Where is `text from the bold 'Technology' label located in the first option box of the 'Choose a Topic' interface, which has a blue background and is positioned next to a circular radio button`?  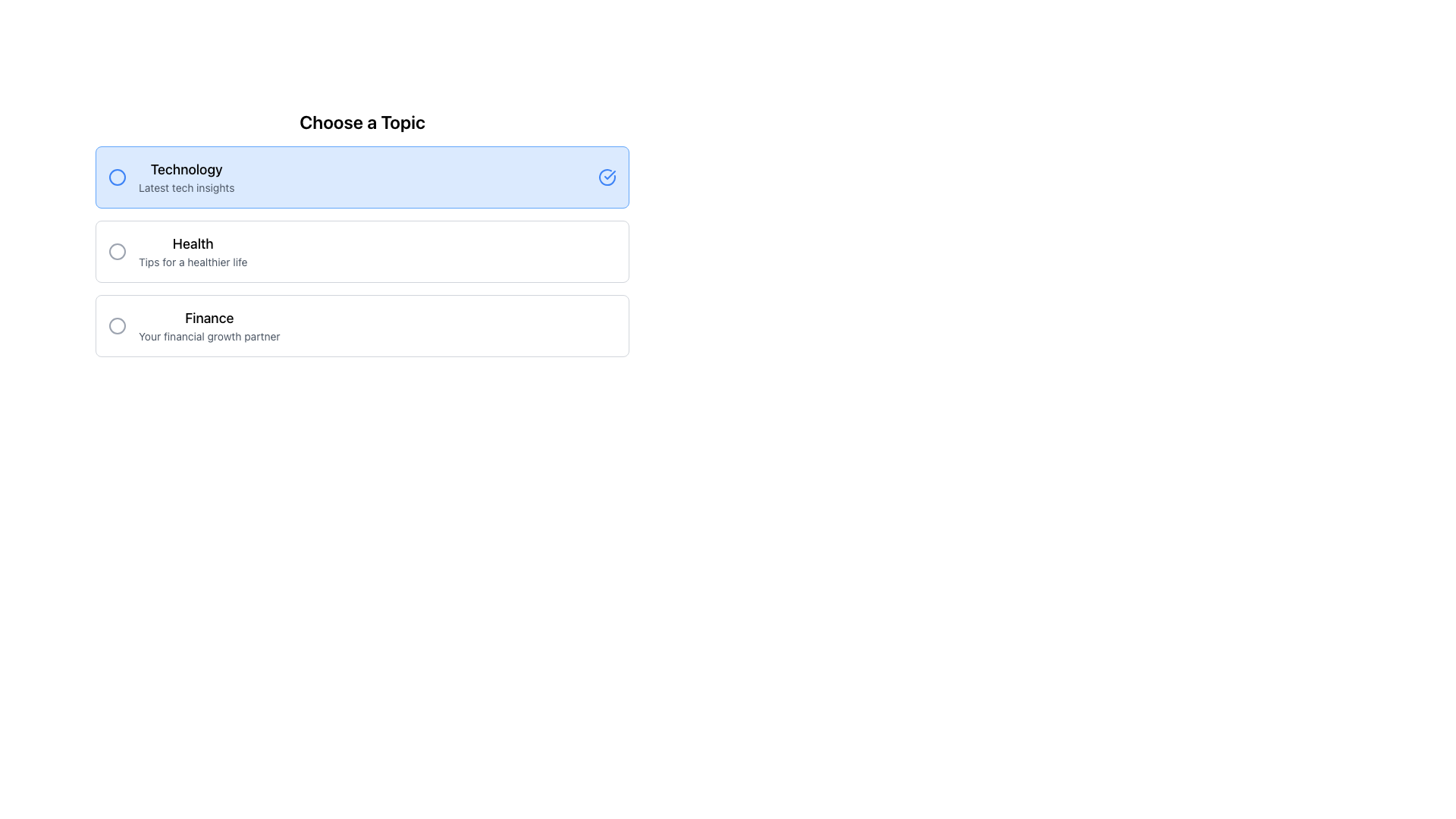 text from the bold 'Technology' label located in the first option box of the 'Choose a Topic' interface, which has a blue background and is positioned next to a circular radio button is located at coordinates (186, 177).